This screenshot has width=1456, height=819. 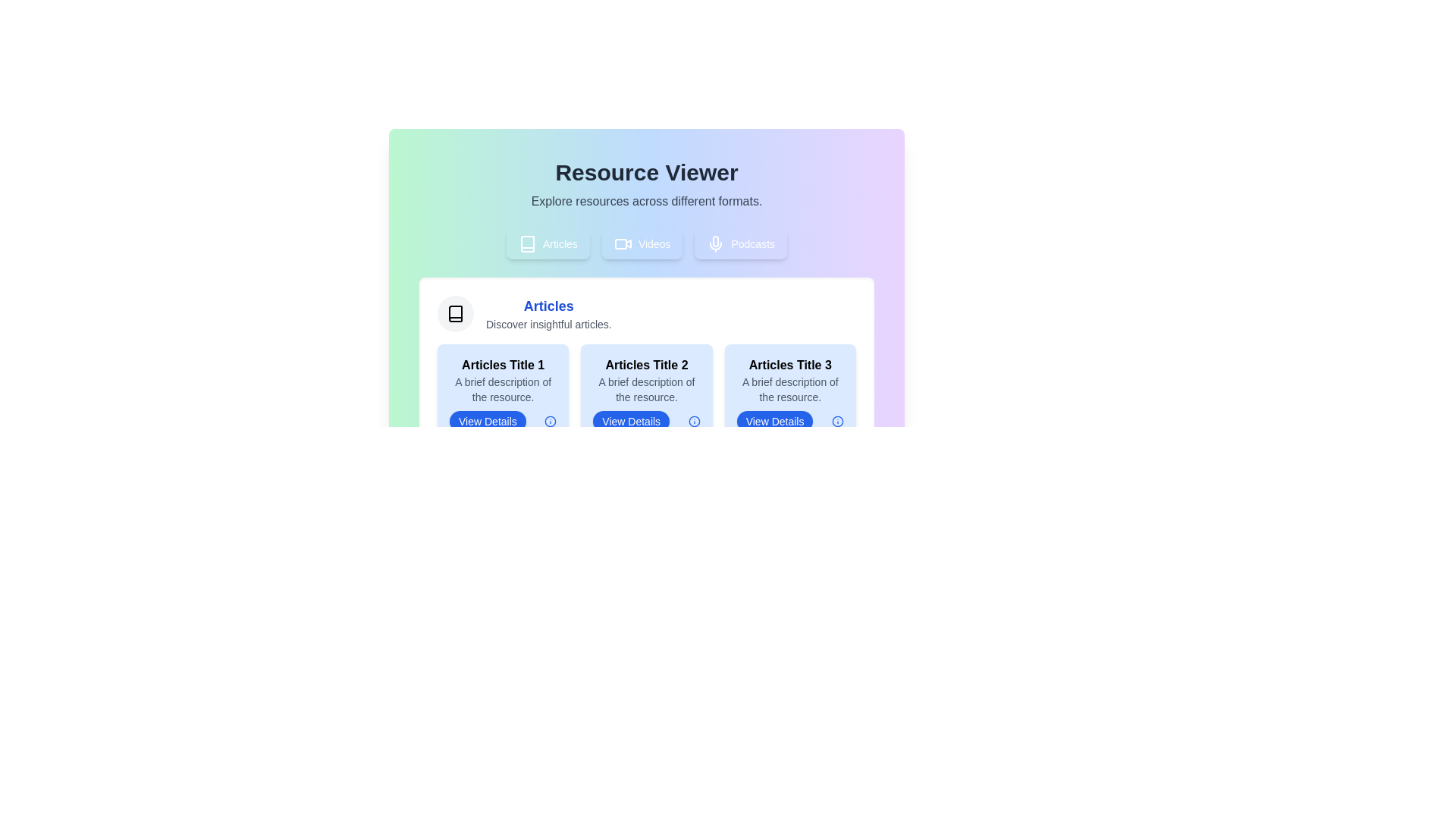 What do you see at coordinates (654, 243) in the screenshot?
I see `the 'Videos' button, which is the second button in a horizontally oriented group near the top center of the interface` at bounding box center [654, 243].